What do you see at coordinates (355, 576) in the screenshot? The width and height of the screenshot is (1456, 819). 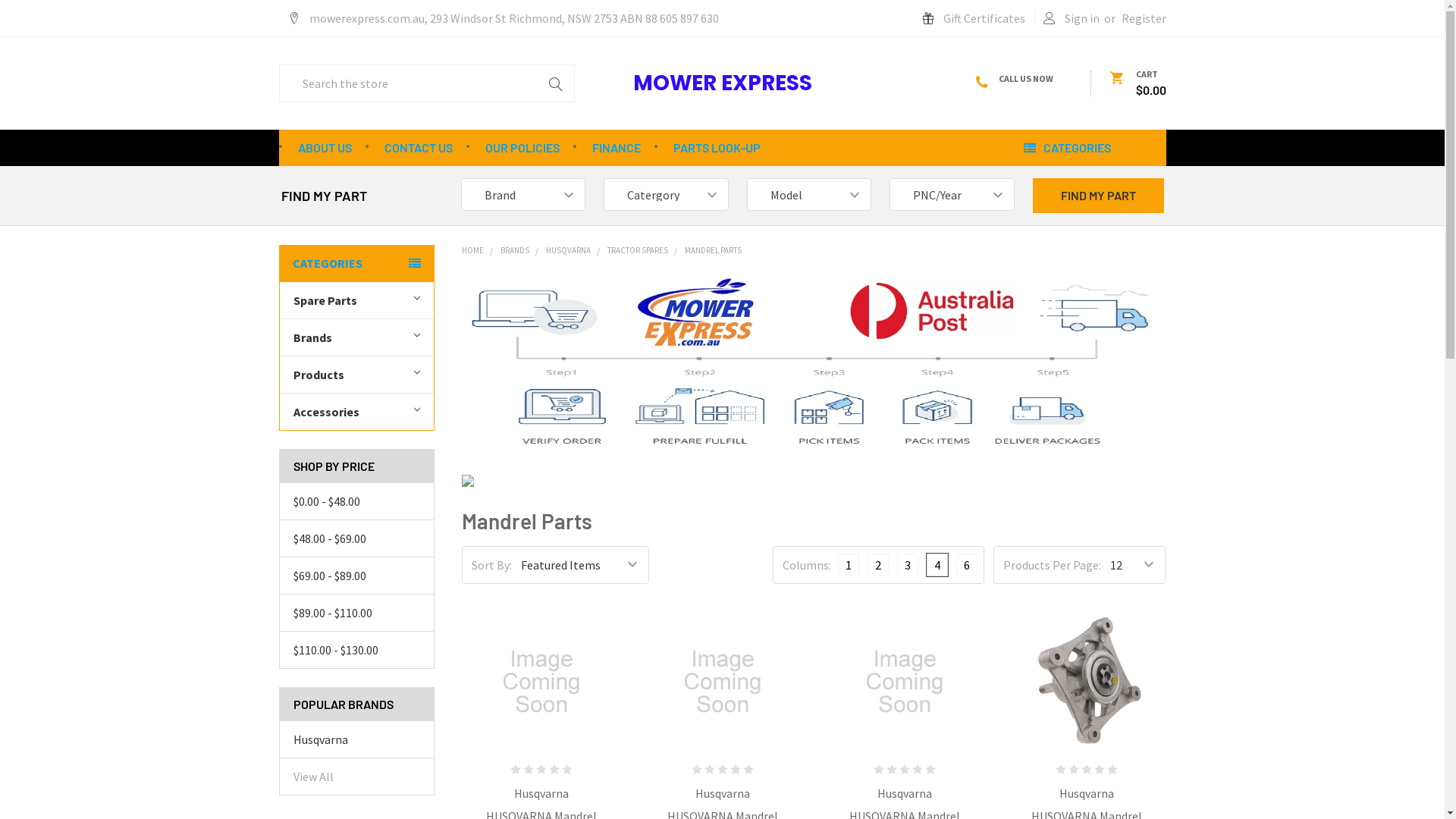 I see `'$69.00 - $89.00'` at bounding box center [355, 576].